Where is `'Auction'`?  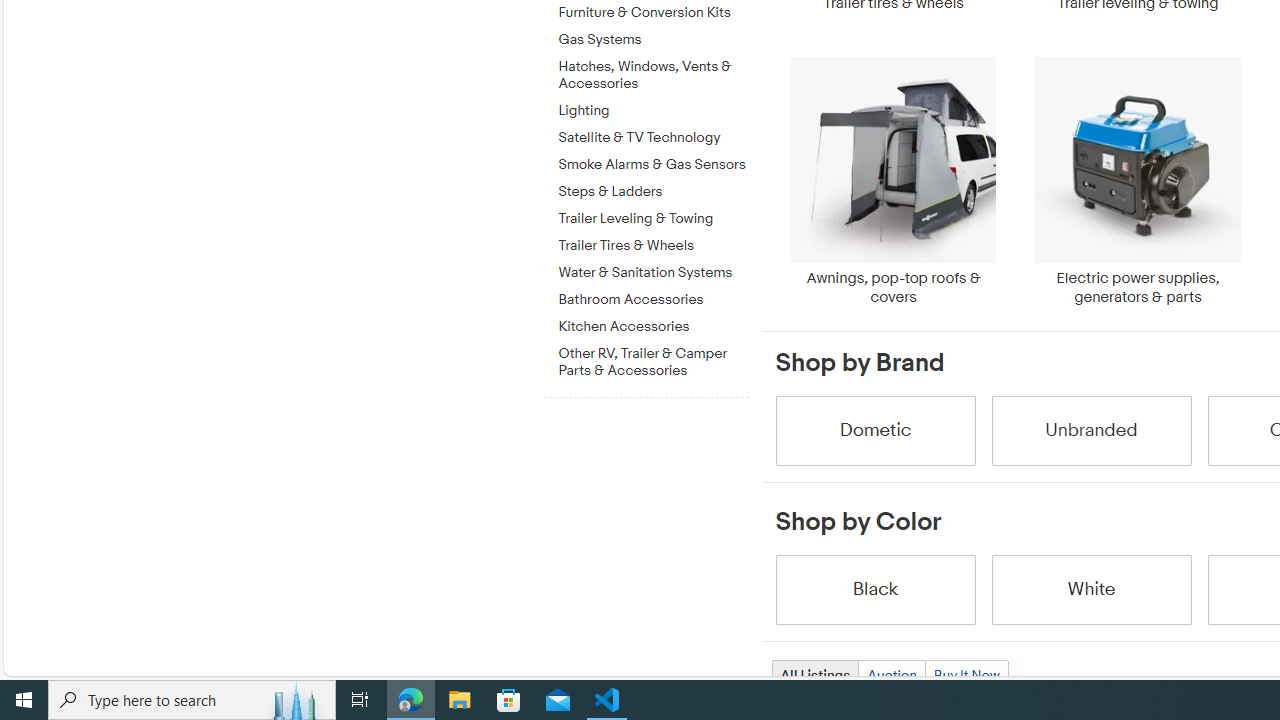 'Auction' is located at coordinates (890, 675).